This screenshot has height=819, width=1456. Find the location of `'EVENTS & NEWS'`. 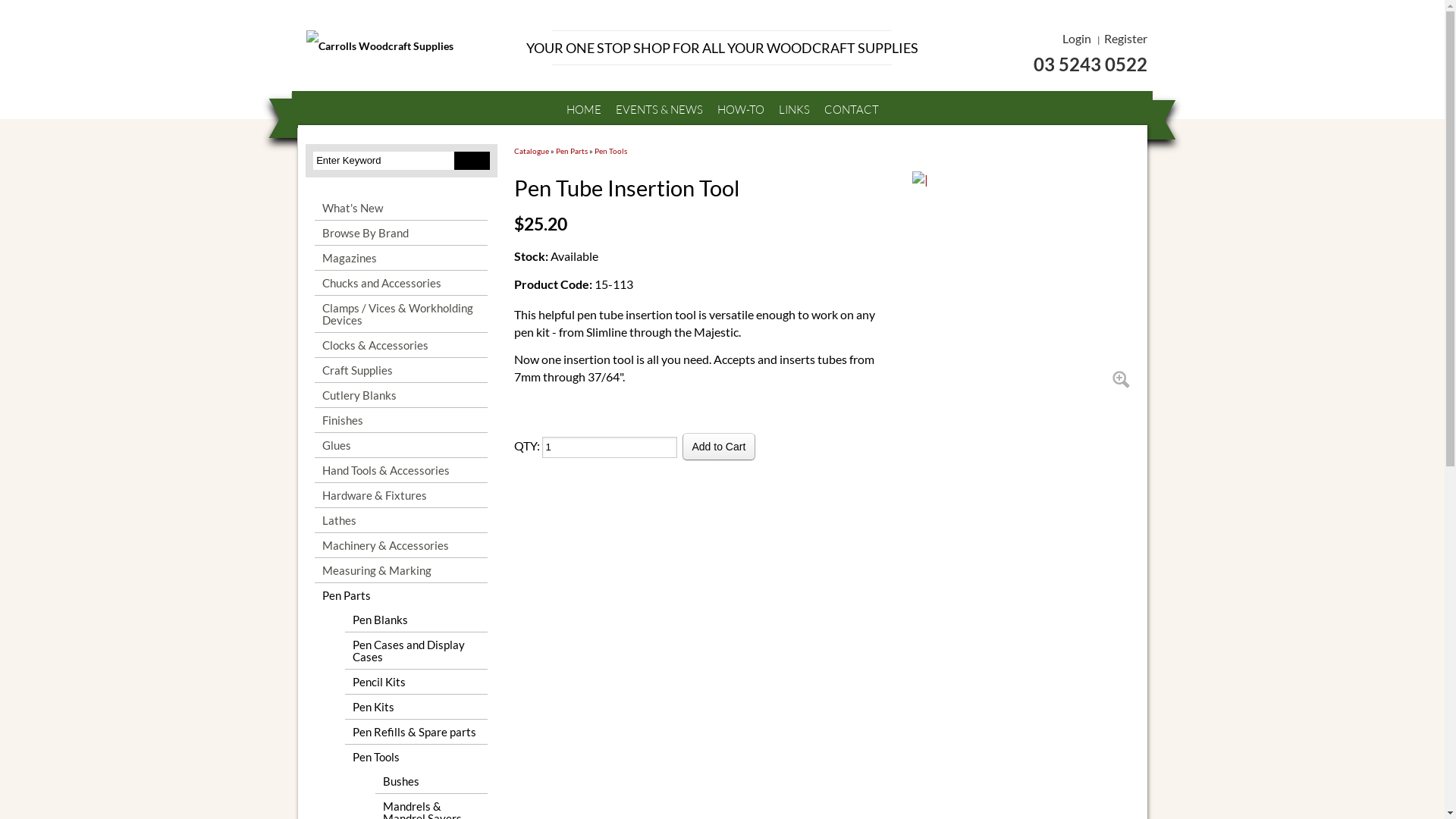

'EVENTS & NEWS' is located at coordinates (659, 108).